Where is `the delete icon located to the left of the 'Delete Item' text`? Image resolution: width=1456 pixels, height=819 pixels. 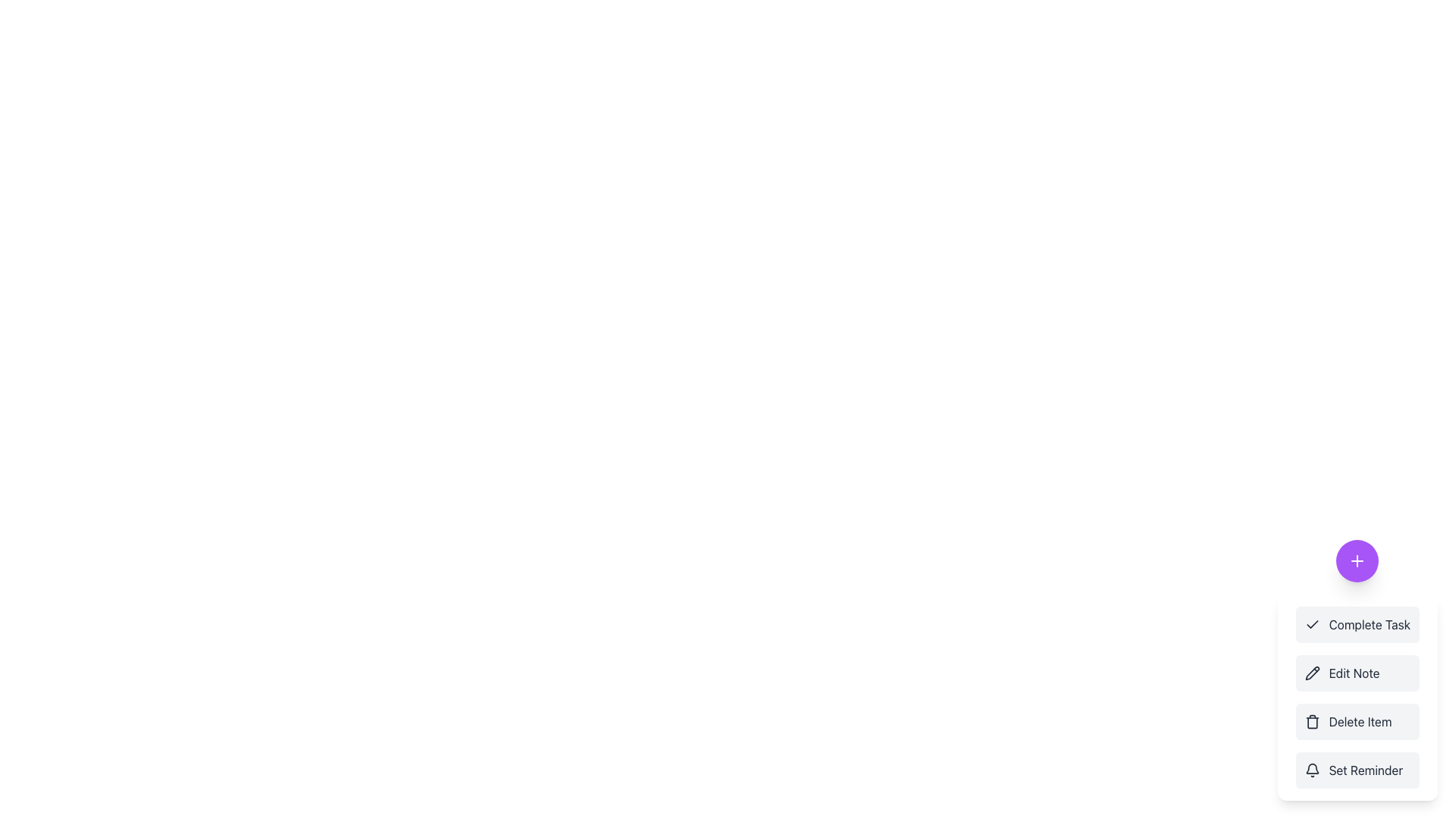
the delete icon located to the left of the 'Delete Item' text is located at coordinates (1311, 721).